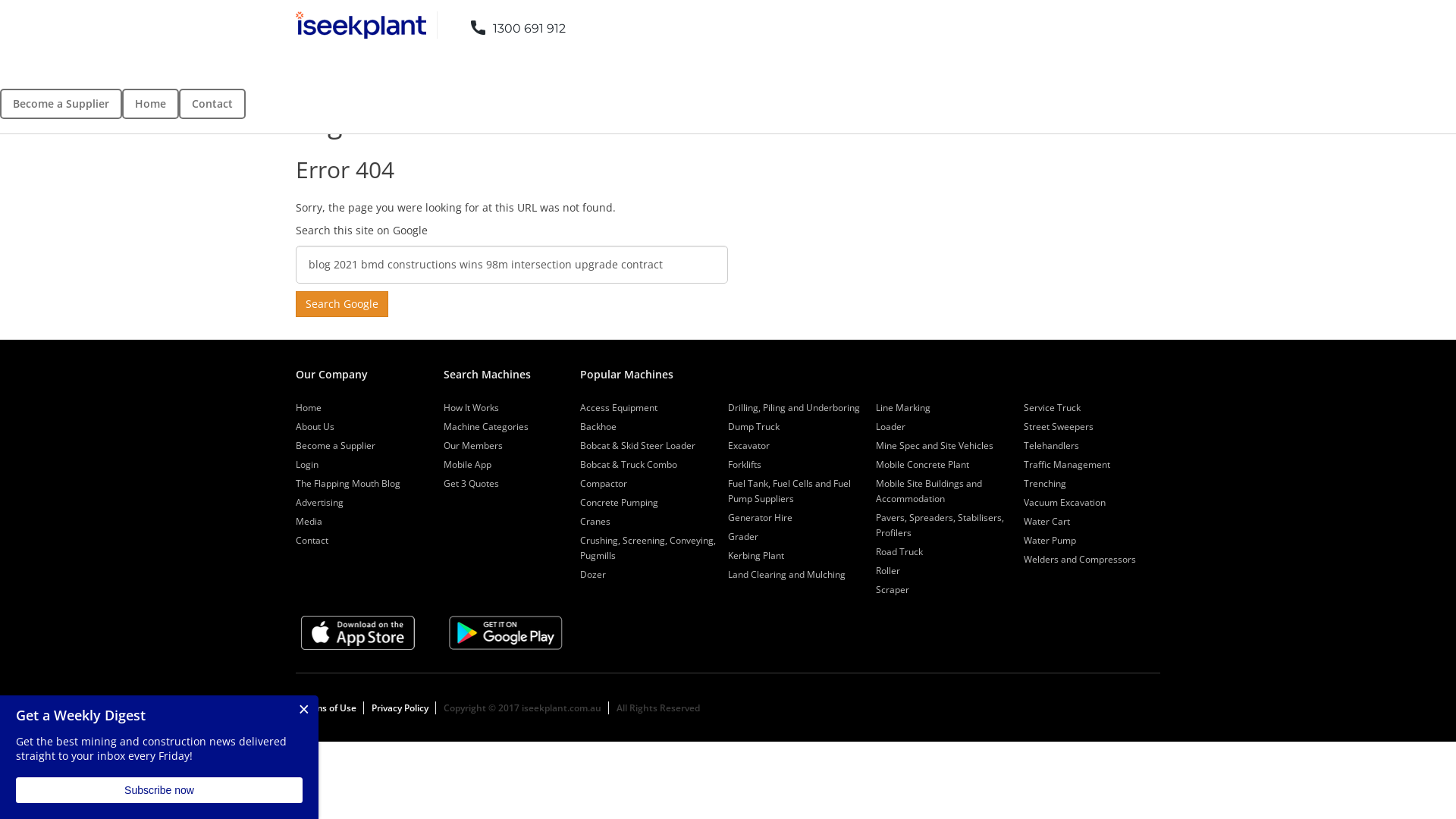 The width and height of the screenshot is (1456, 819). I want to click on 'About Us', so click(295, 426).